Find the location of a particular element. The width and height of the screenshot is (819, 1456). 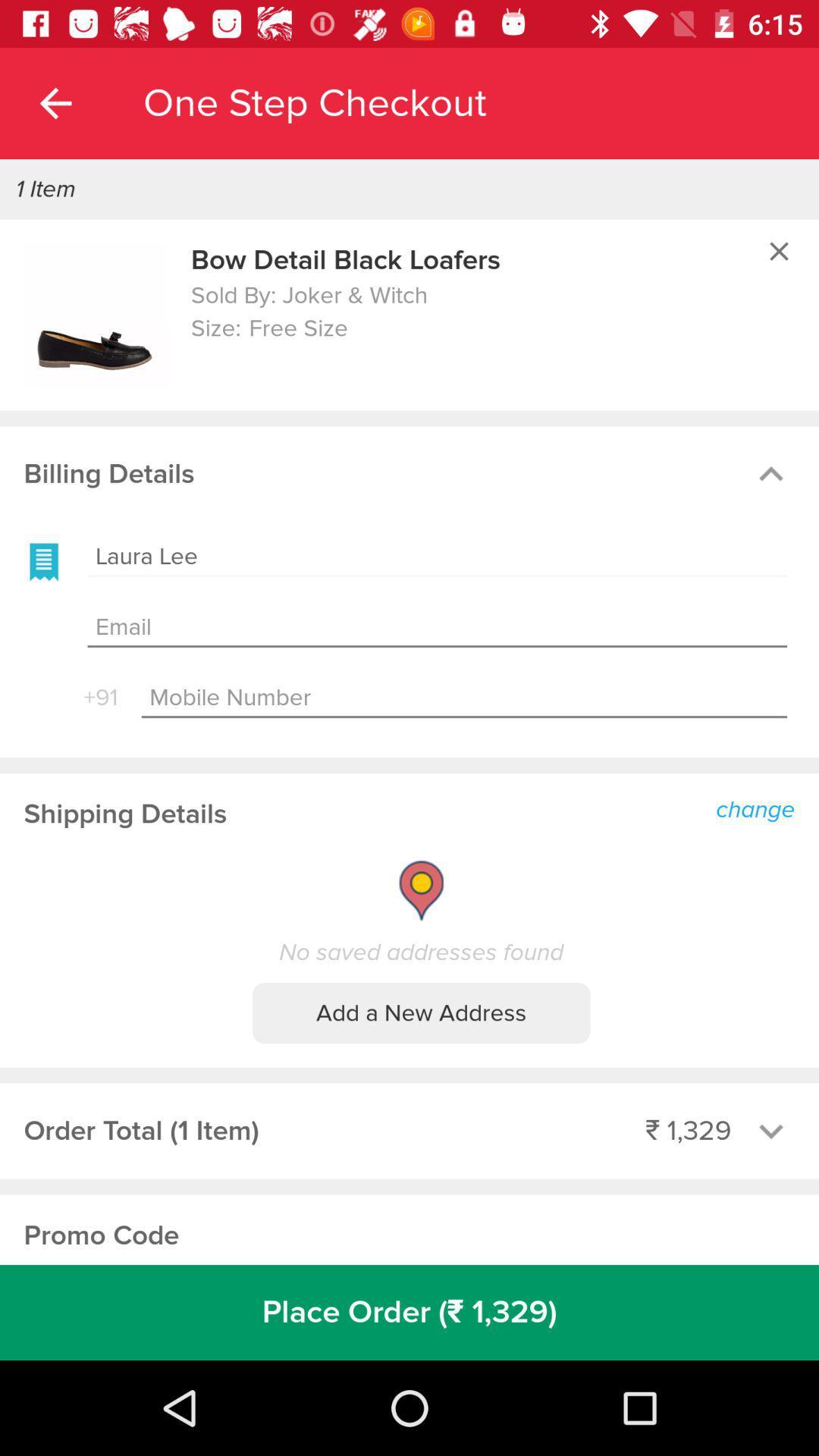

icon below 1 item is located at coordinates (96, 314).